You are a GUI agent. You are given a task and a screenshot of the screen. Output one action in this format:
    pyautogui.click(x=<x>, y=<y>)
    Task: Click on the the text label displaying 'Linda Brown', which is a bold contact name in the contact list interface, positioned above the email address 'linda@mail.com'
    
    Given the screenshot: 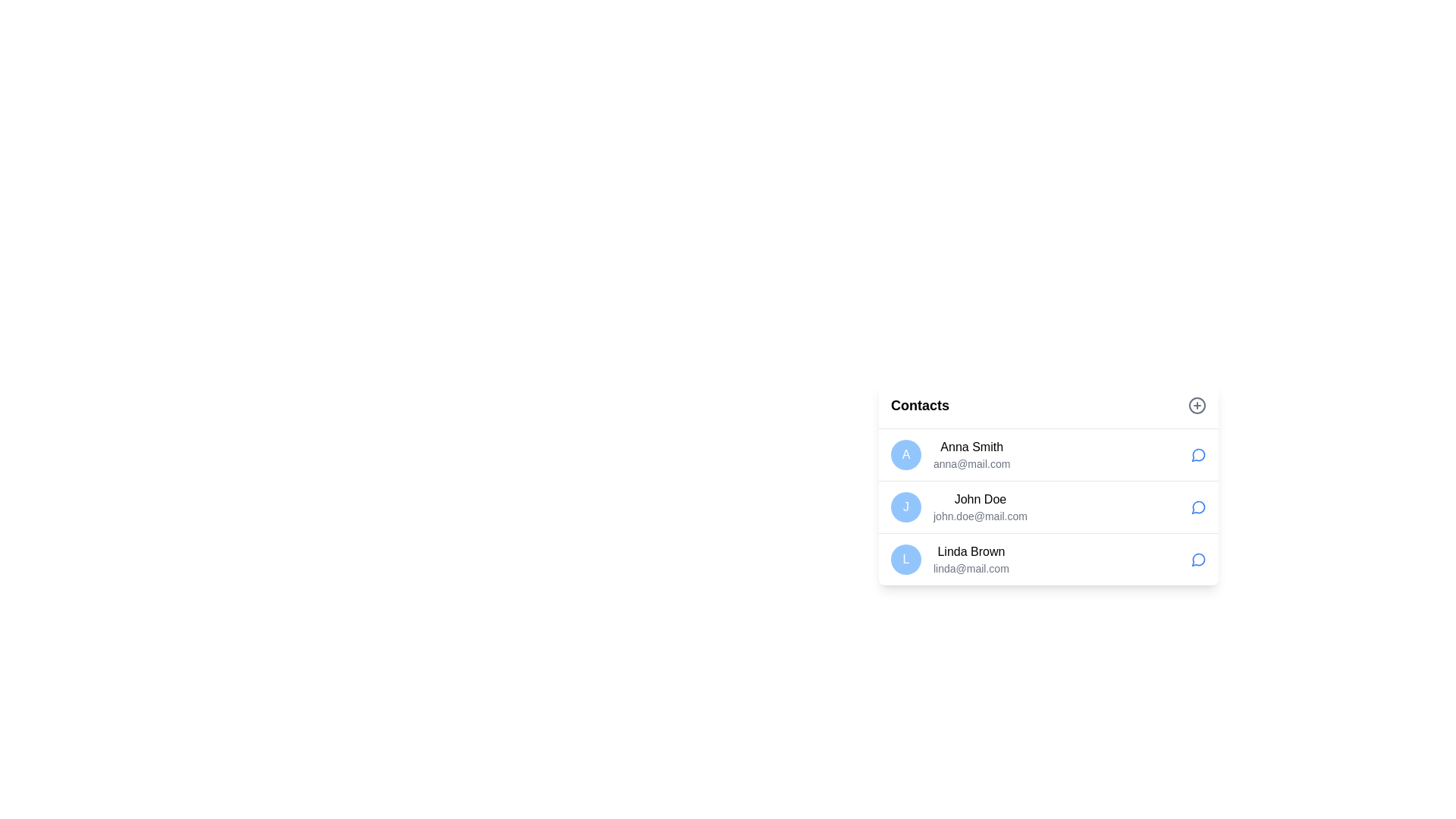 What is the action you would take?
    pyautogui.click(x=971, y=552)
    